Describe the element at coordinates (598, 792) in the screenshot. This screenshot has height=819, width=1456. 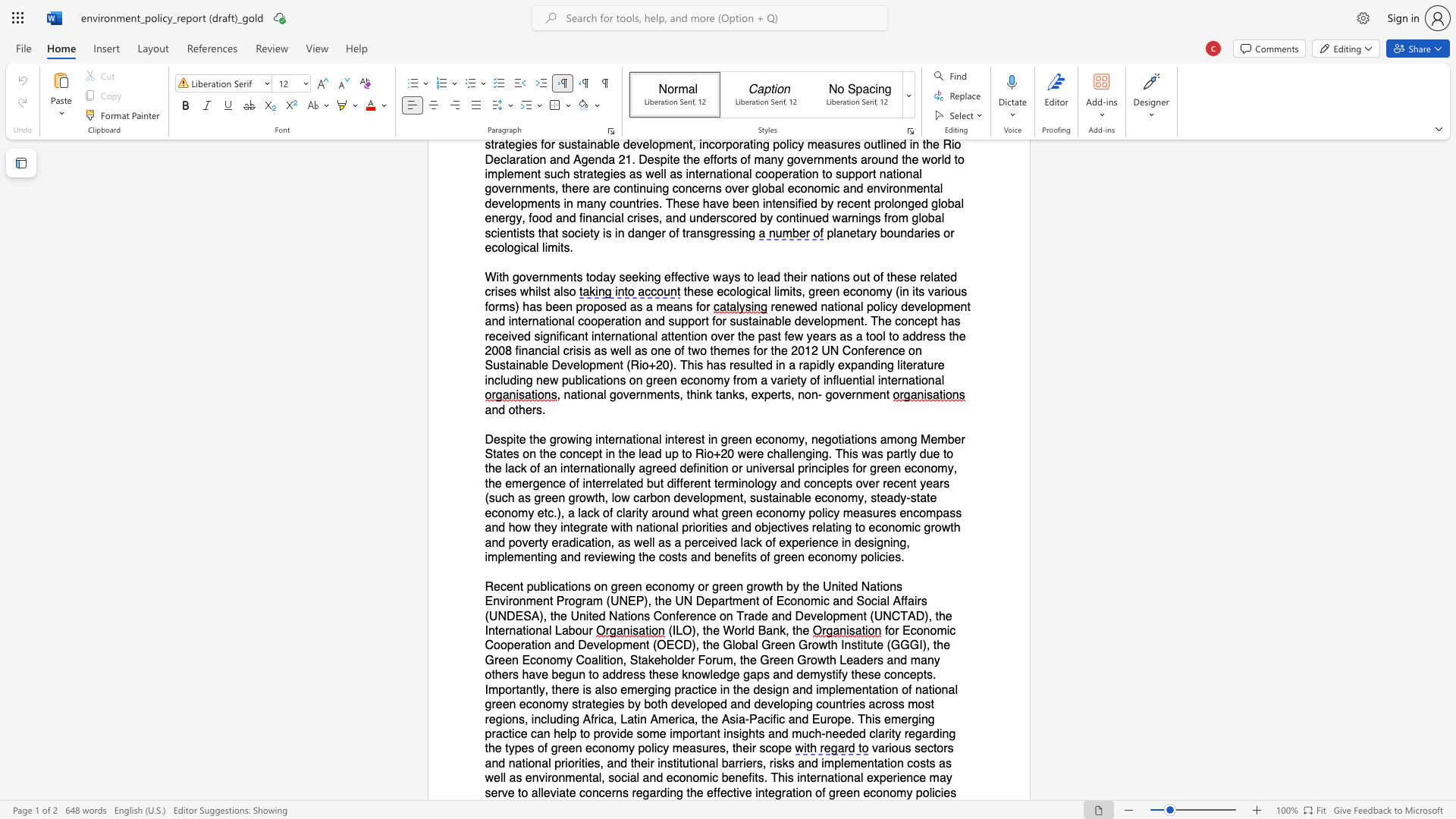
I see `the subset text "cern" within the text "and economic benefits. This international experience may serve to alleviate concerns"` at that location.